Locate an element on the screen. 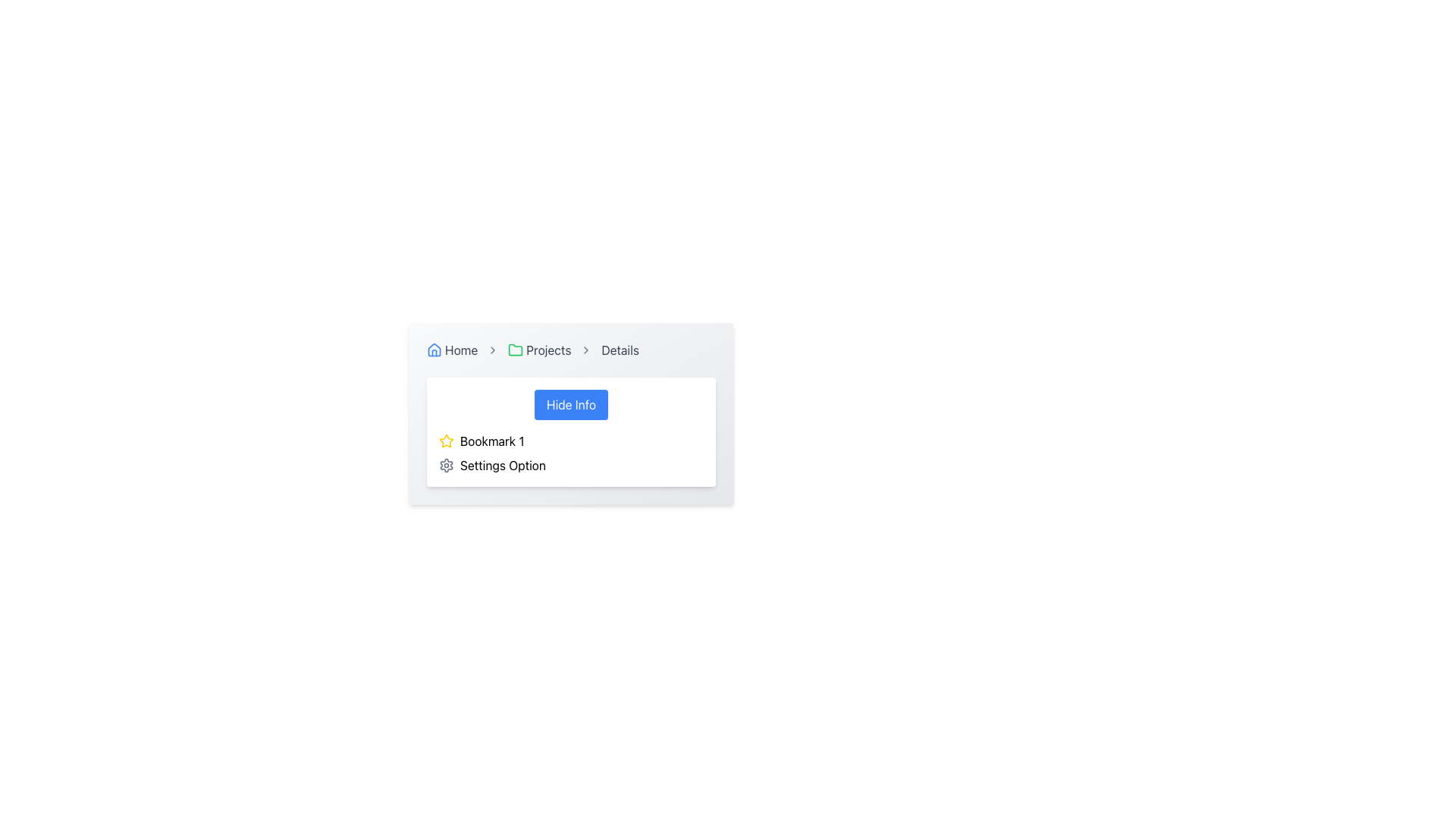 The image size is (1456, 819). the settings icon located to the left of the 'Settings Option' text is located at coordinates (446, 464).